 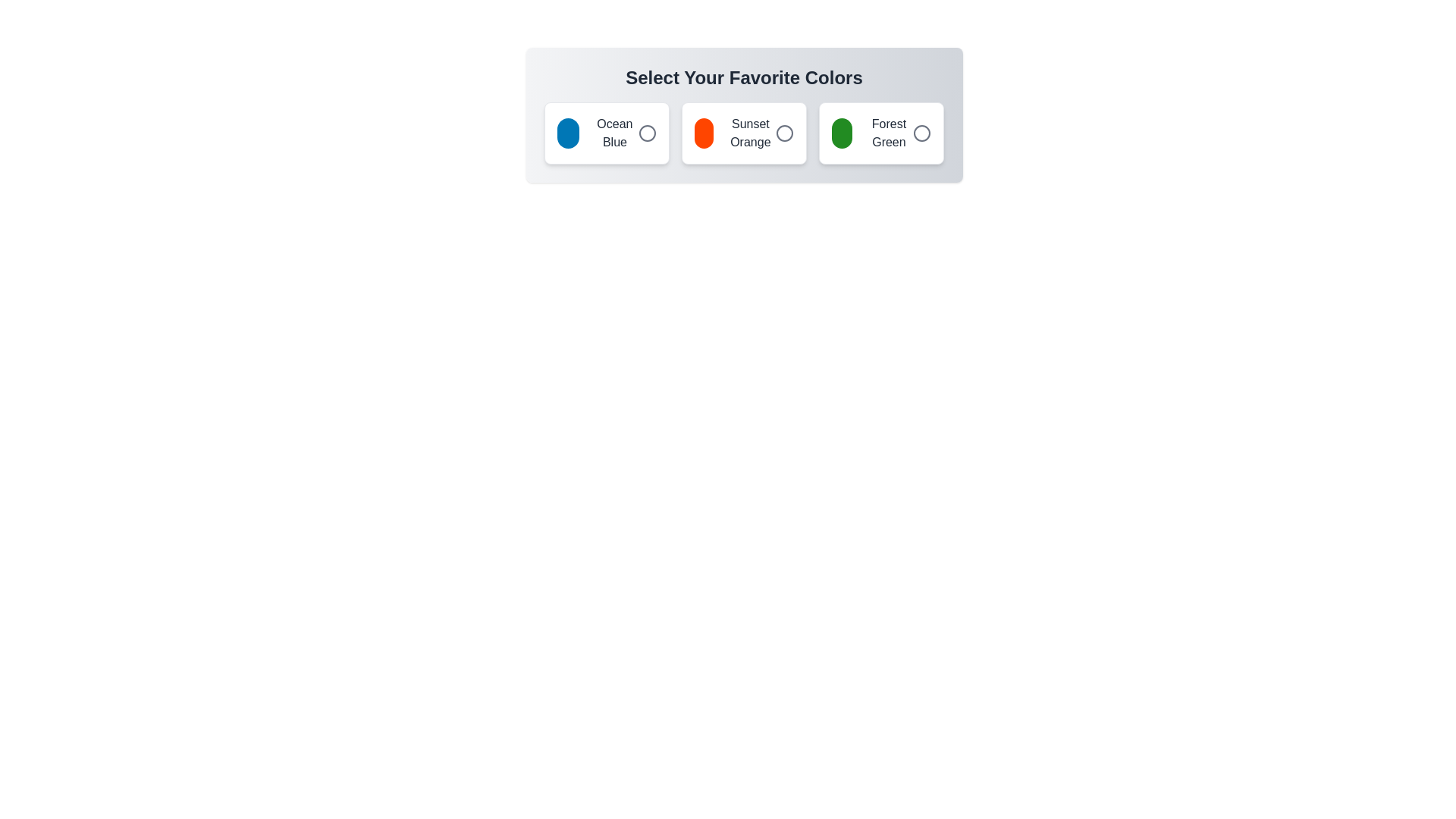 What do you see at coordinates (743, 133) in the screenshot?
I see `the label of the color Sunset Orange` at bounding box center [743, 133].